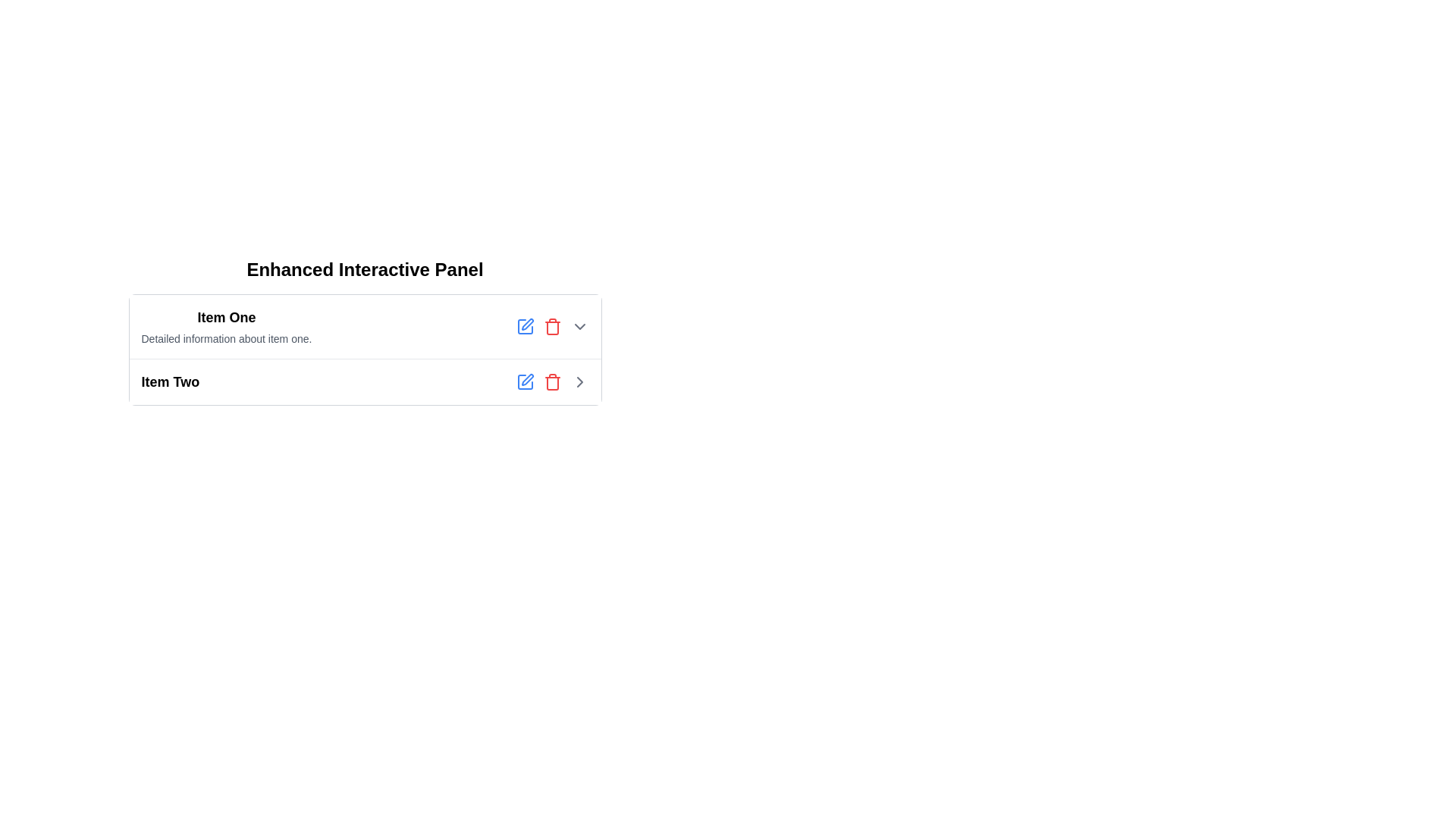  Describe the element at coordinates (551, 326) in the screenshot. I see `the red trash can icon button` at that location.